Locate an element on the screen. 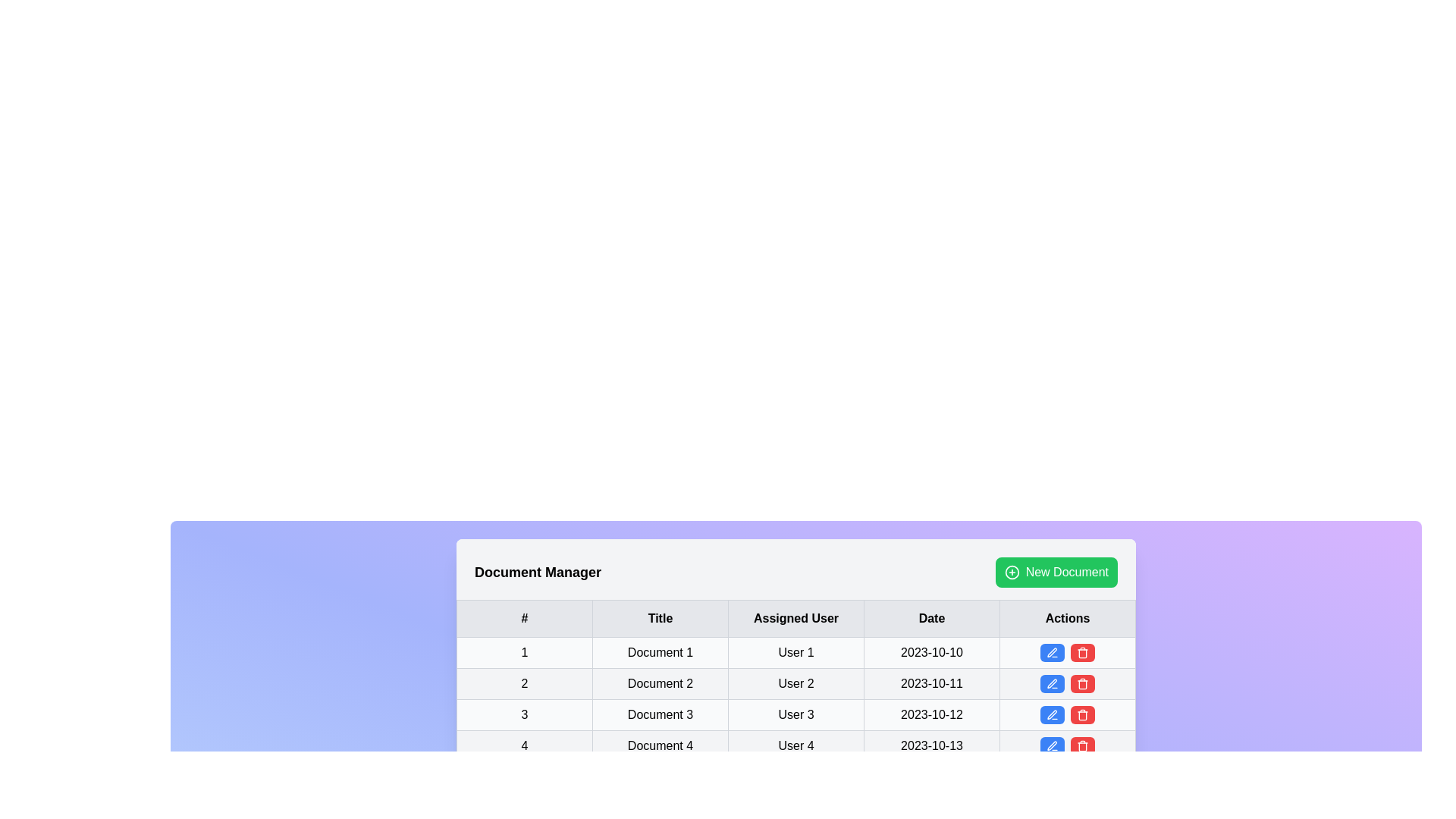 The height and width of the screenshot is (819, 1456). to select the first table cell with a light gray background and the numeral '1' centered within it, located in the leftmost column of the first data row beneath the column header titled '#' is located at coordinates (524, 651).